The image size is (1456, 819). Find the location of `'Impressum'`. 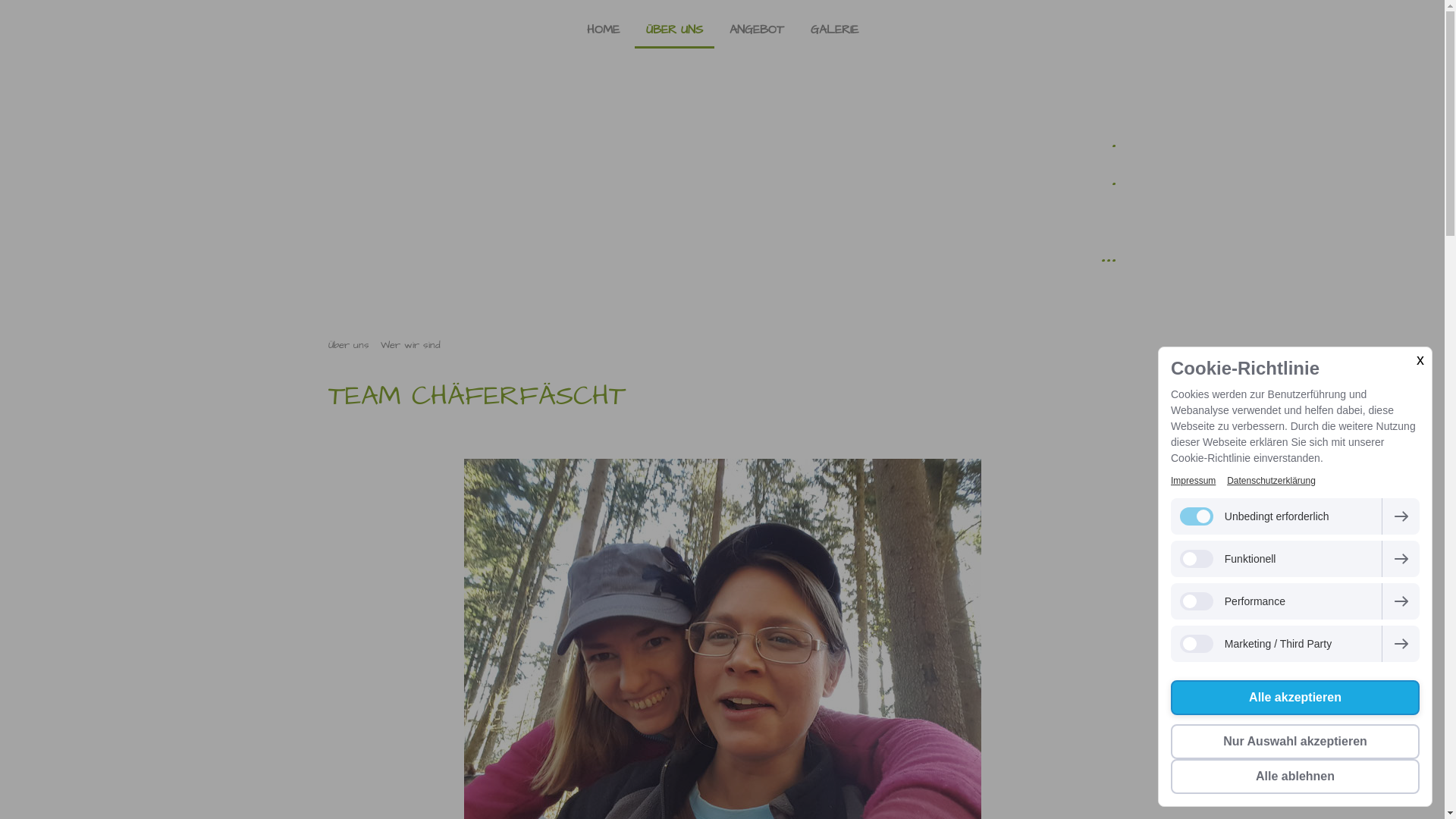

'Impressum' is located at coordinates (1192, 480).